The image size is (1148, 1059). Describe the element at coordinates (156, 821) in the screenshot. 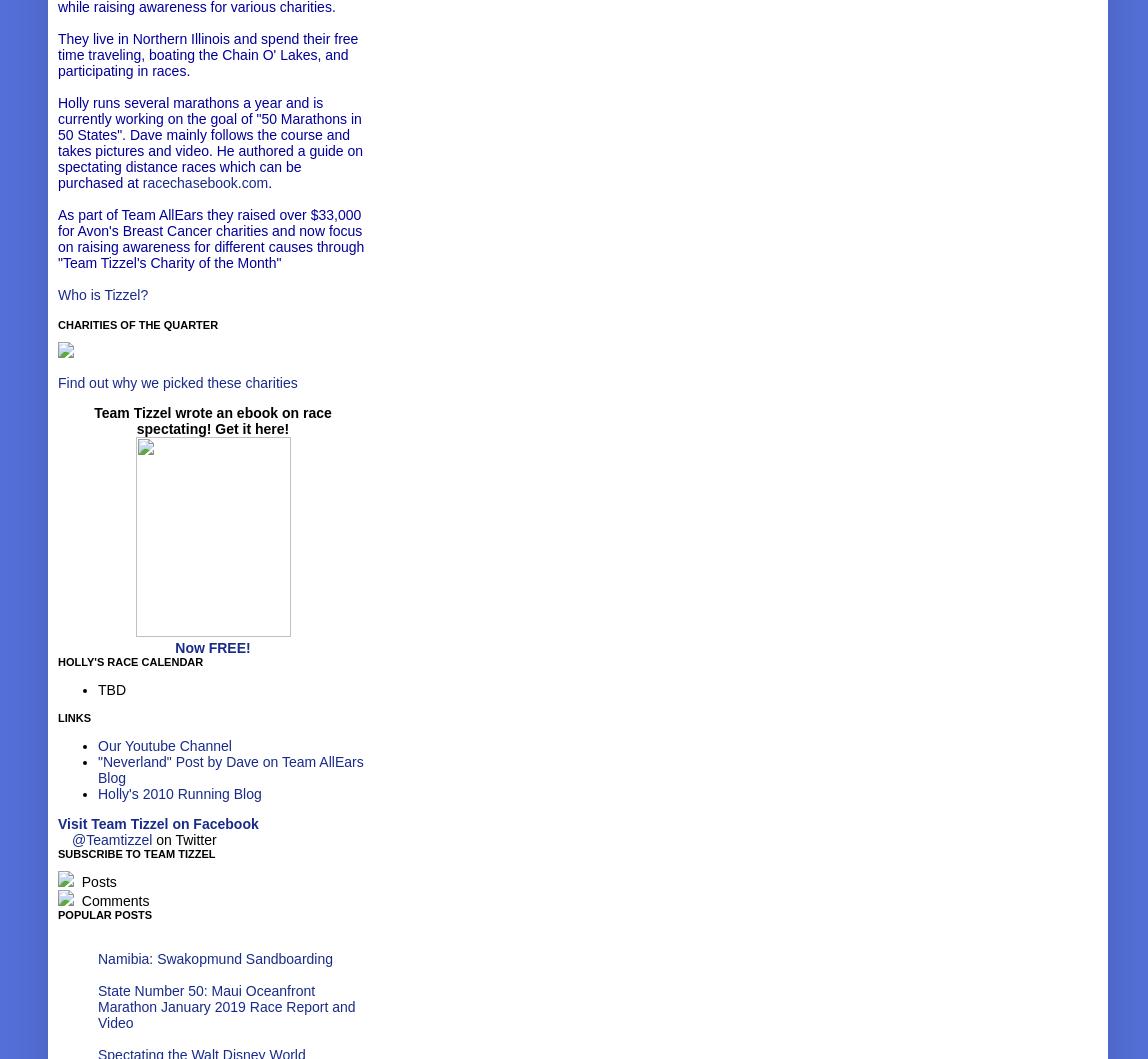

I see `'Visit Team Tizzel on Facebook'` at that location.